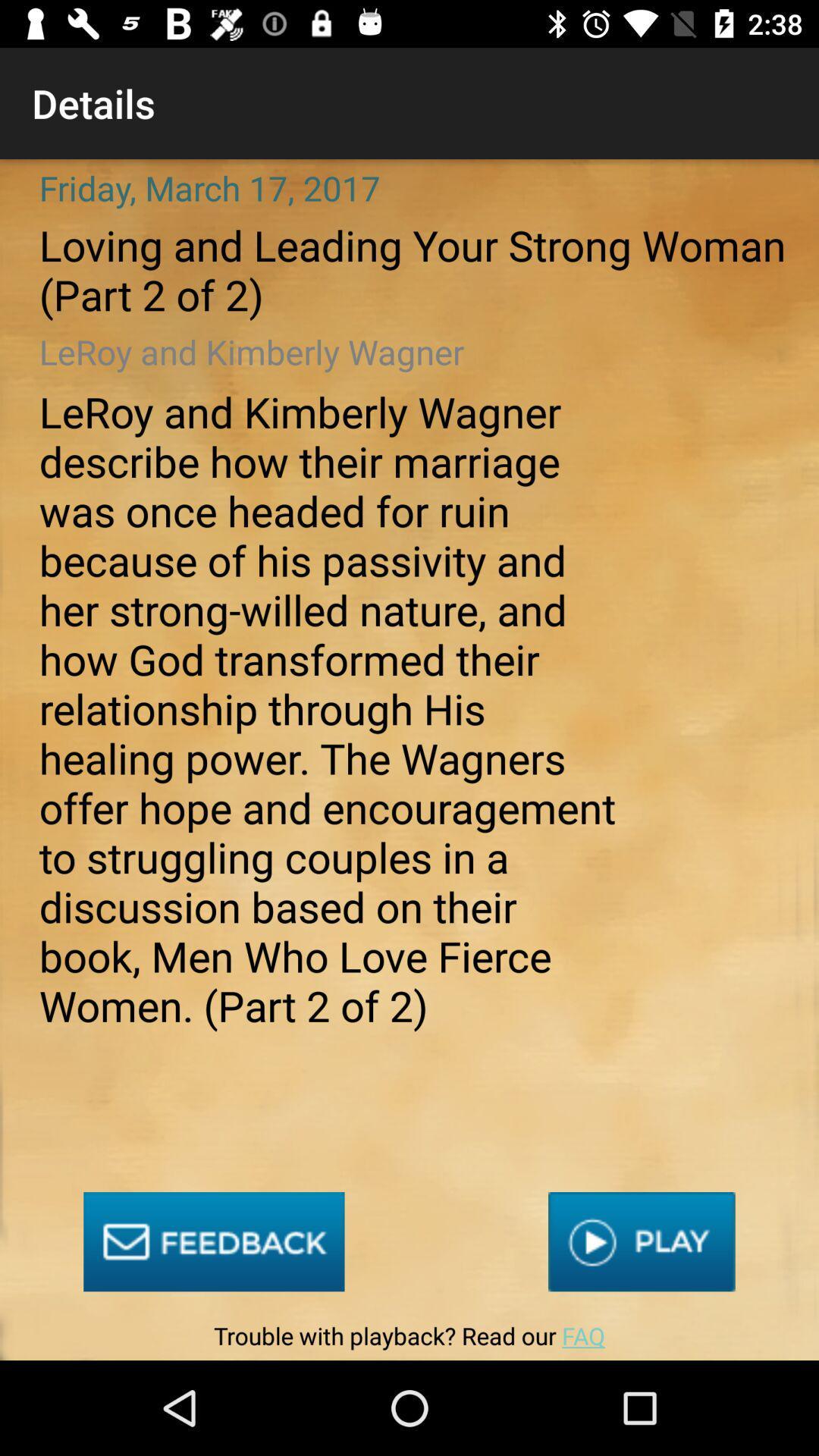 The height and width of the screenshot is (1456, 819). I want to click on the trouble with playback icon, so click(409, 1339).